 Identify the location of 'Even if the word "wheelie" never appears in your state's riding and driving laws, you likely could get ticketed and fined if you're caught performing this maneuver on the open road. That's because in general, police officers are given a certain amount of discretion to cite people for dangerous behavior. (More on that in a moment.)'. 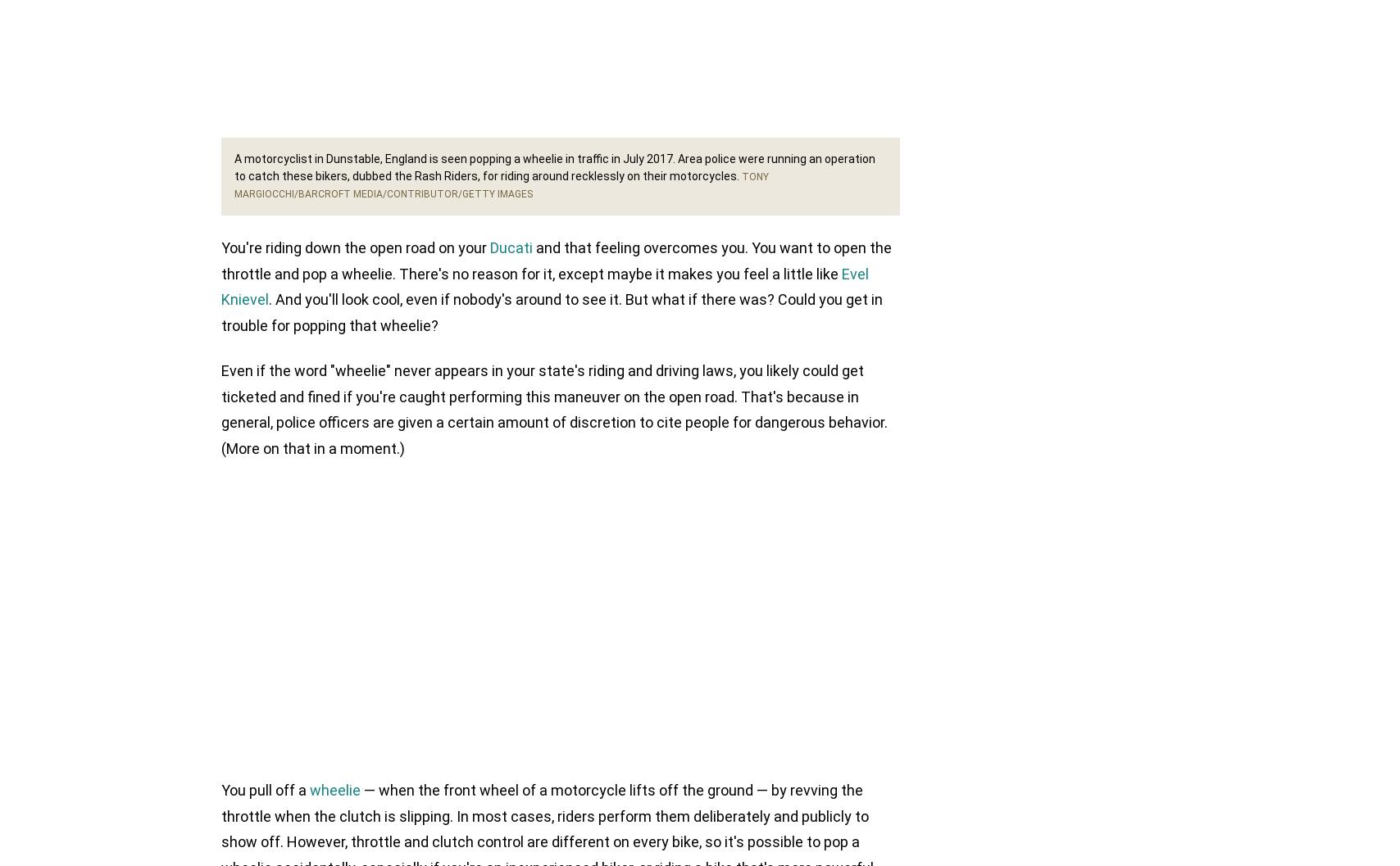
(554, 409).